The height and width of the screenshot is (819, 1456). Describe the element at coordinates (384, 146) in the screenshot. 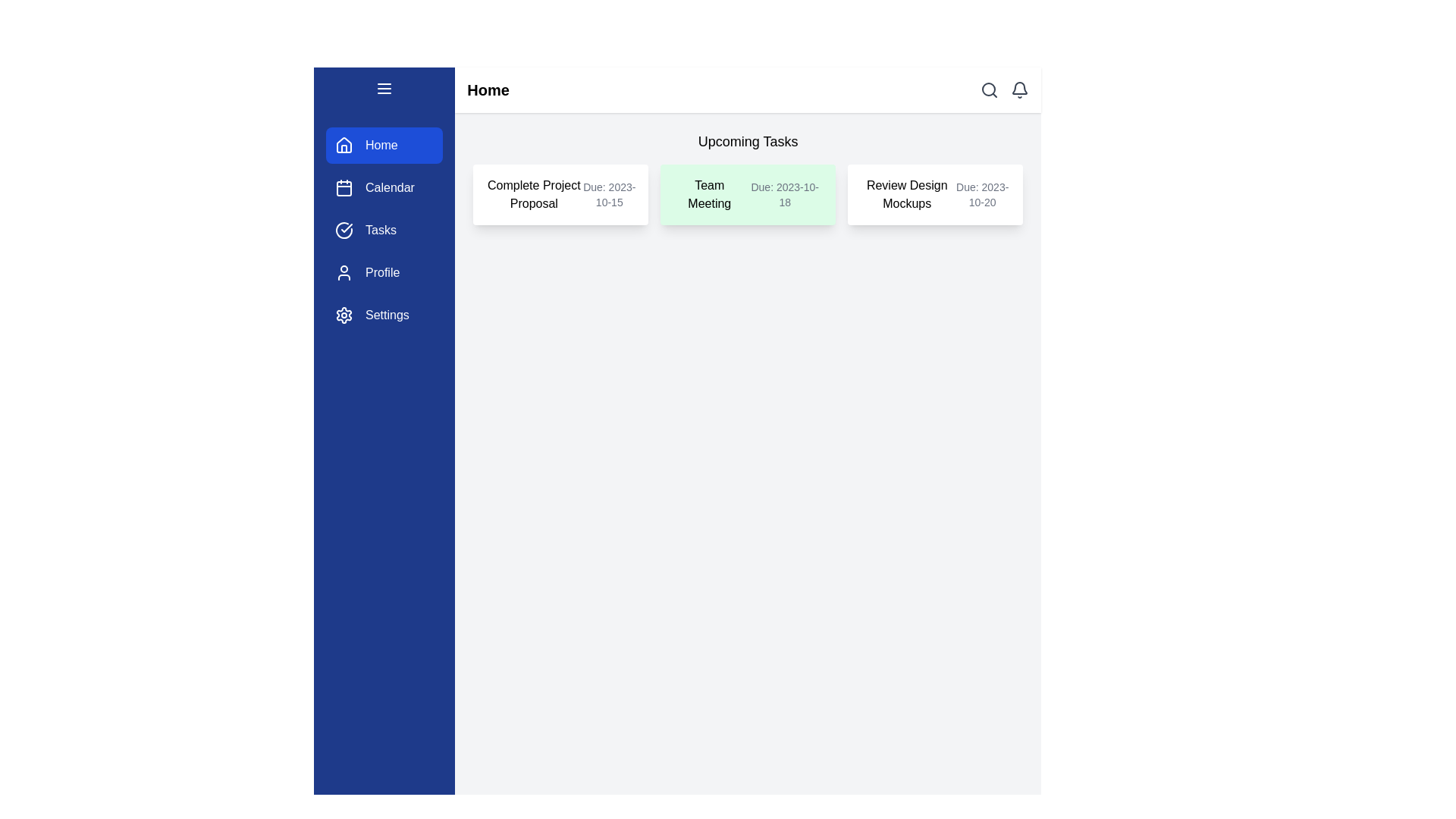

I see `the Home navigation button located at the top of the vertical navigation menu on the left side of the interface` at that location.